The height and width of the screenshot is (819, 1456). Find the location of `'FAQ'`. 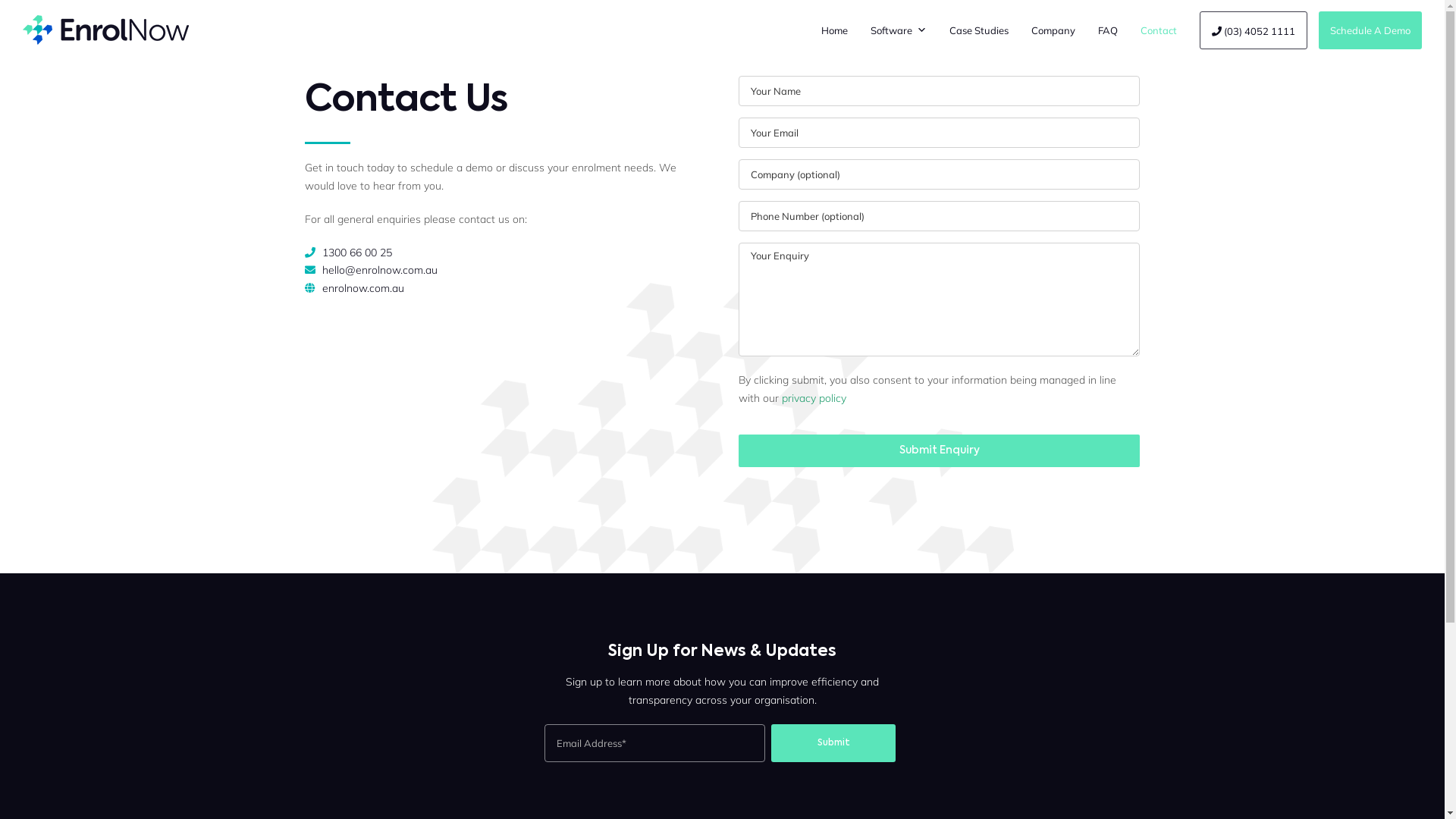

'FAQ' is located at coordinates (1086, 30).